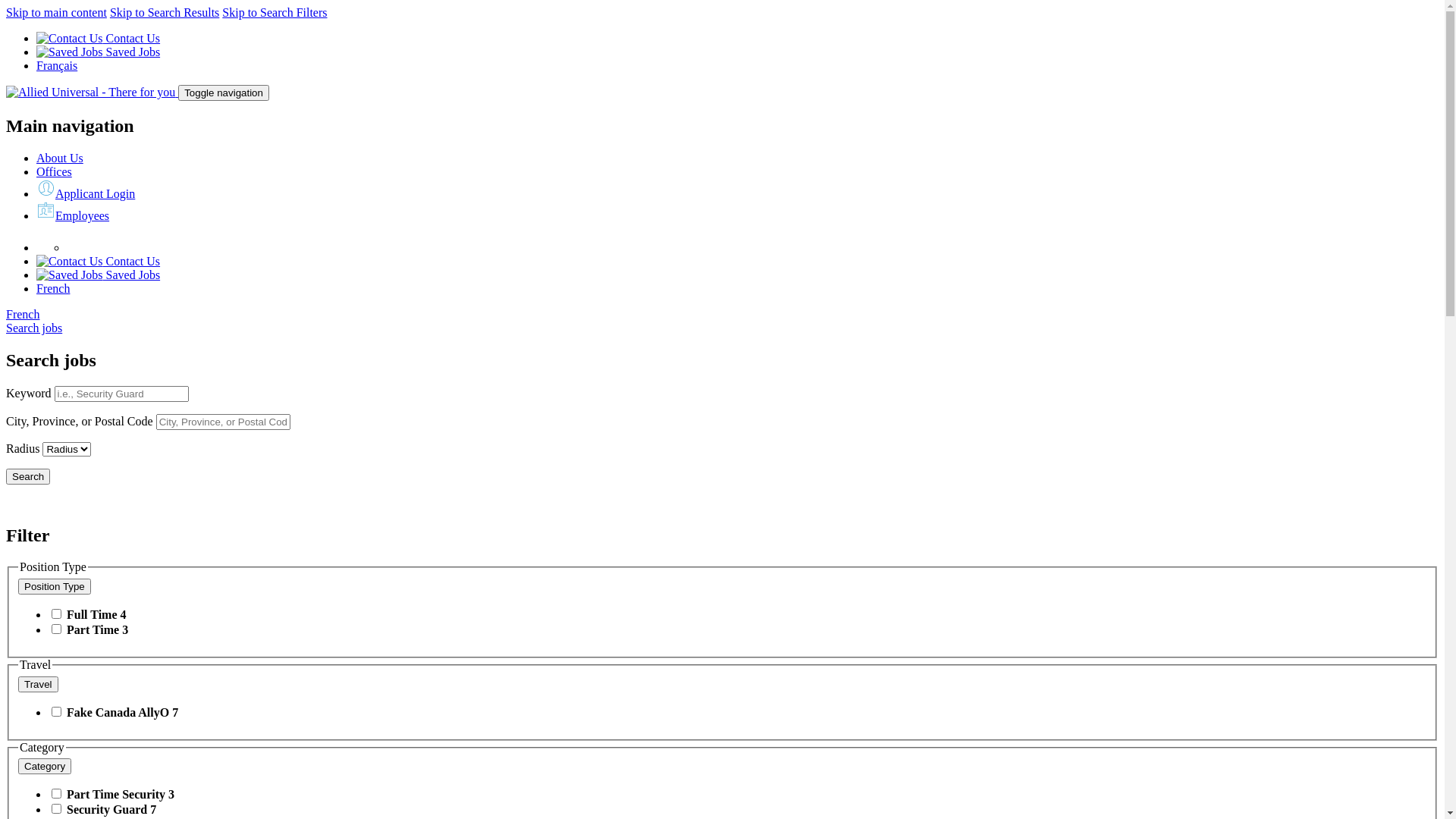  What do you see at coordinates (44, 766) in the screenshot?
I see `'Category'` at bounding box center [44, 766].